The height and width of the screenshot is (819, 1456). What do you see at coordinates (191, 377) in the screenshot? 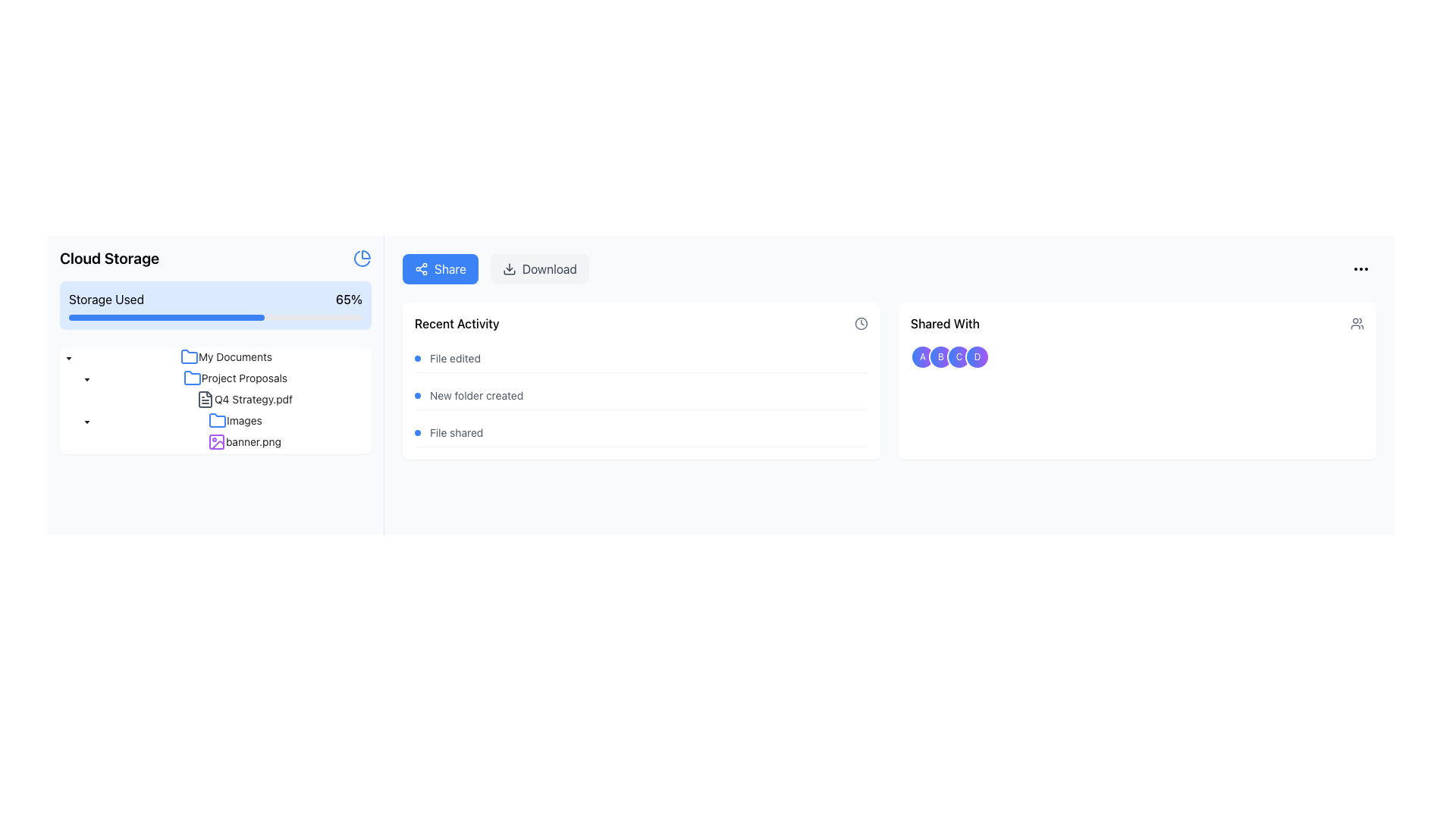
I see `the folder icon located in the left panel under 'Cloud Storage', specifically to the left of the entry labeled 'Project Proposals'` at bounding box center [191, 377].